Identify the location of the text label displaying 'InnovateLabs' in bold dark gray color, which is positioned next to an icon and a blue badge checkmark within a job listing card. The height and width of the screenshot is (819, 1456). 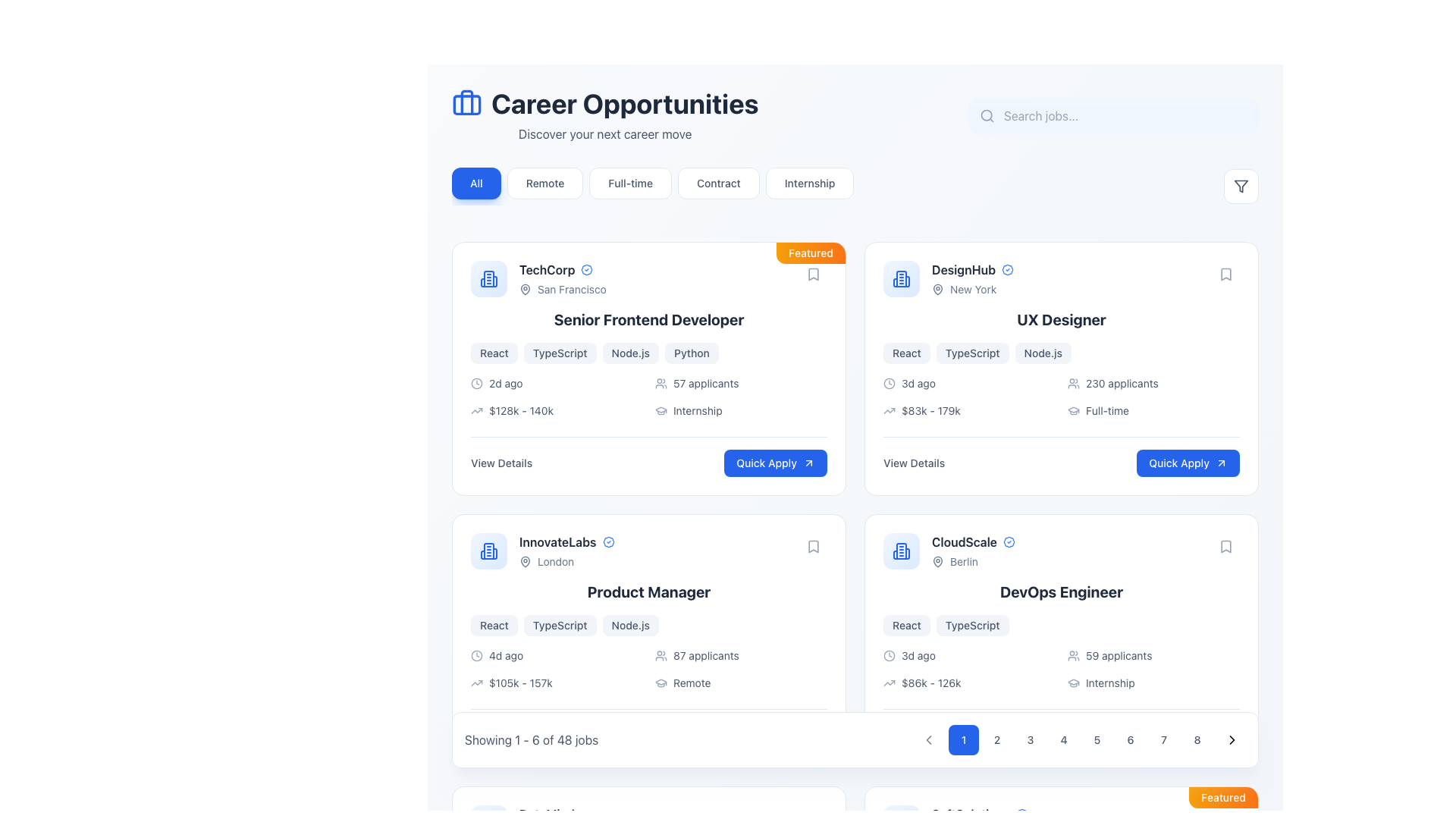
(557, 541).